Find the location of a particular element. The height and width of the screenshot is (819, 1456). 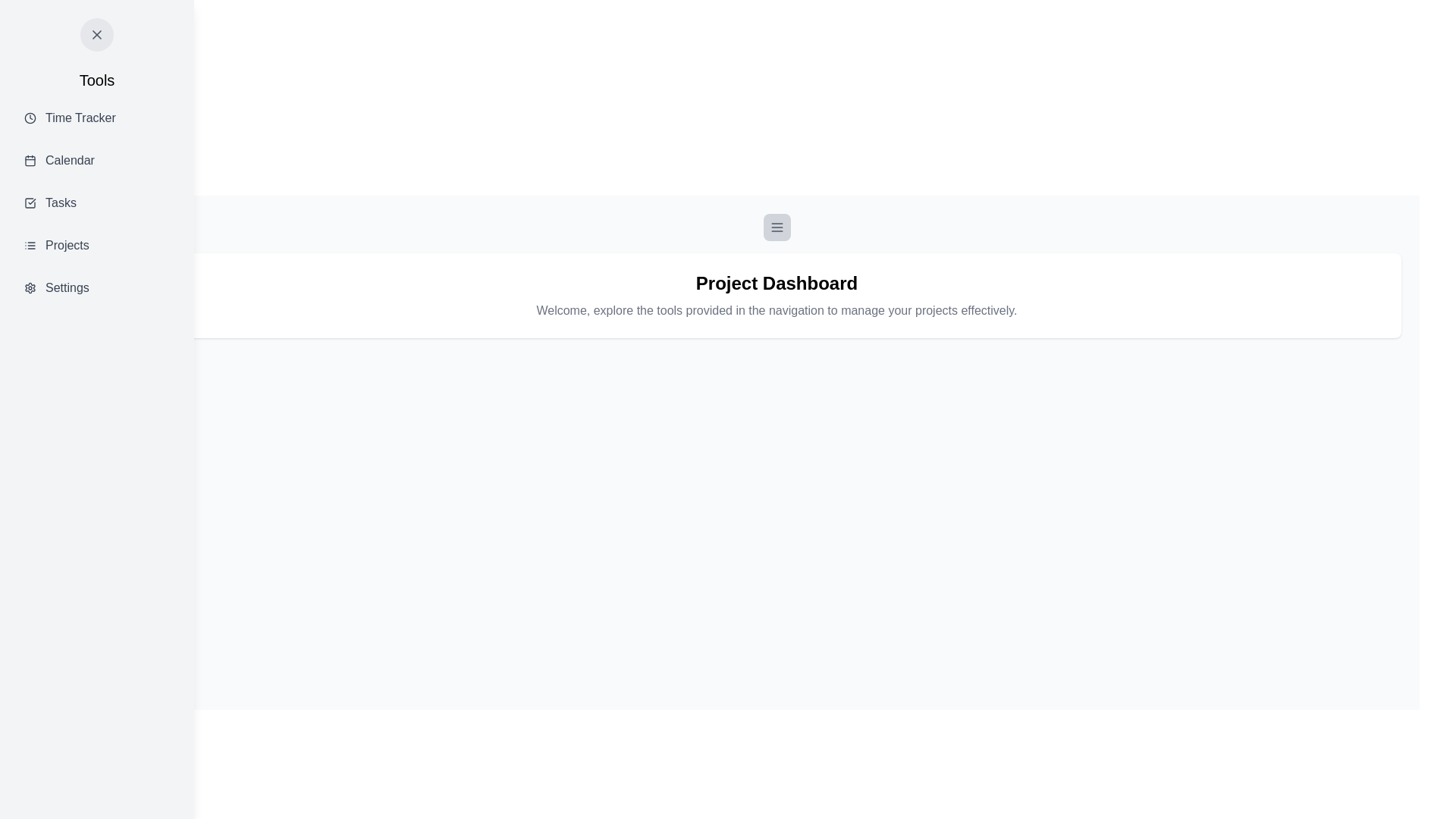

the text paragraph that says 'Welcome, explore the tools provided in the navigation to manage your projects effectively.' located under the 'Project Dashboard' title is located at coordinates (777, 309).